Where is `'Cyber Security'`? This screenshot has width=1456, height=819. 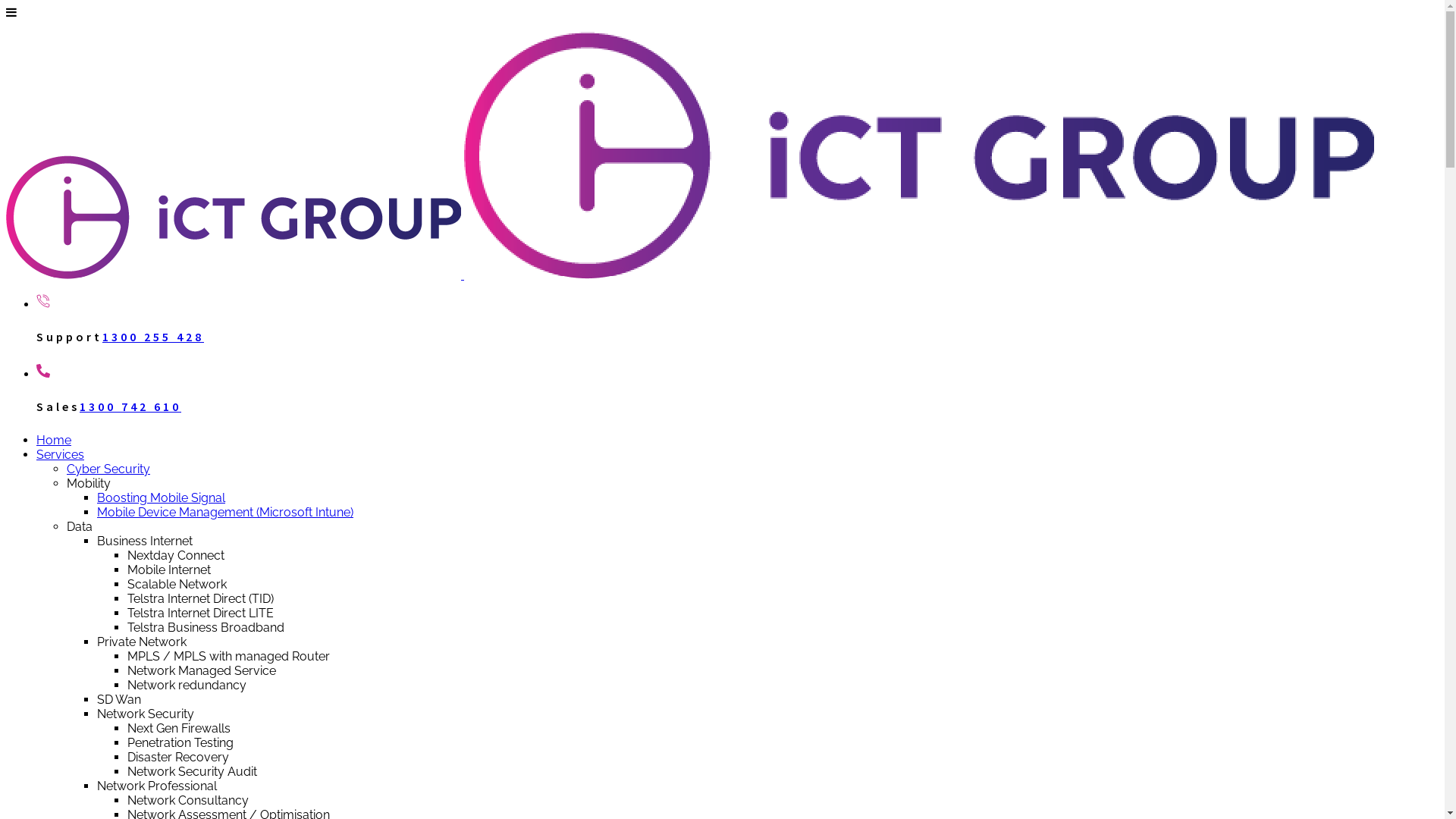
'Cyber Security' is located at coordinates (108, 468).